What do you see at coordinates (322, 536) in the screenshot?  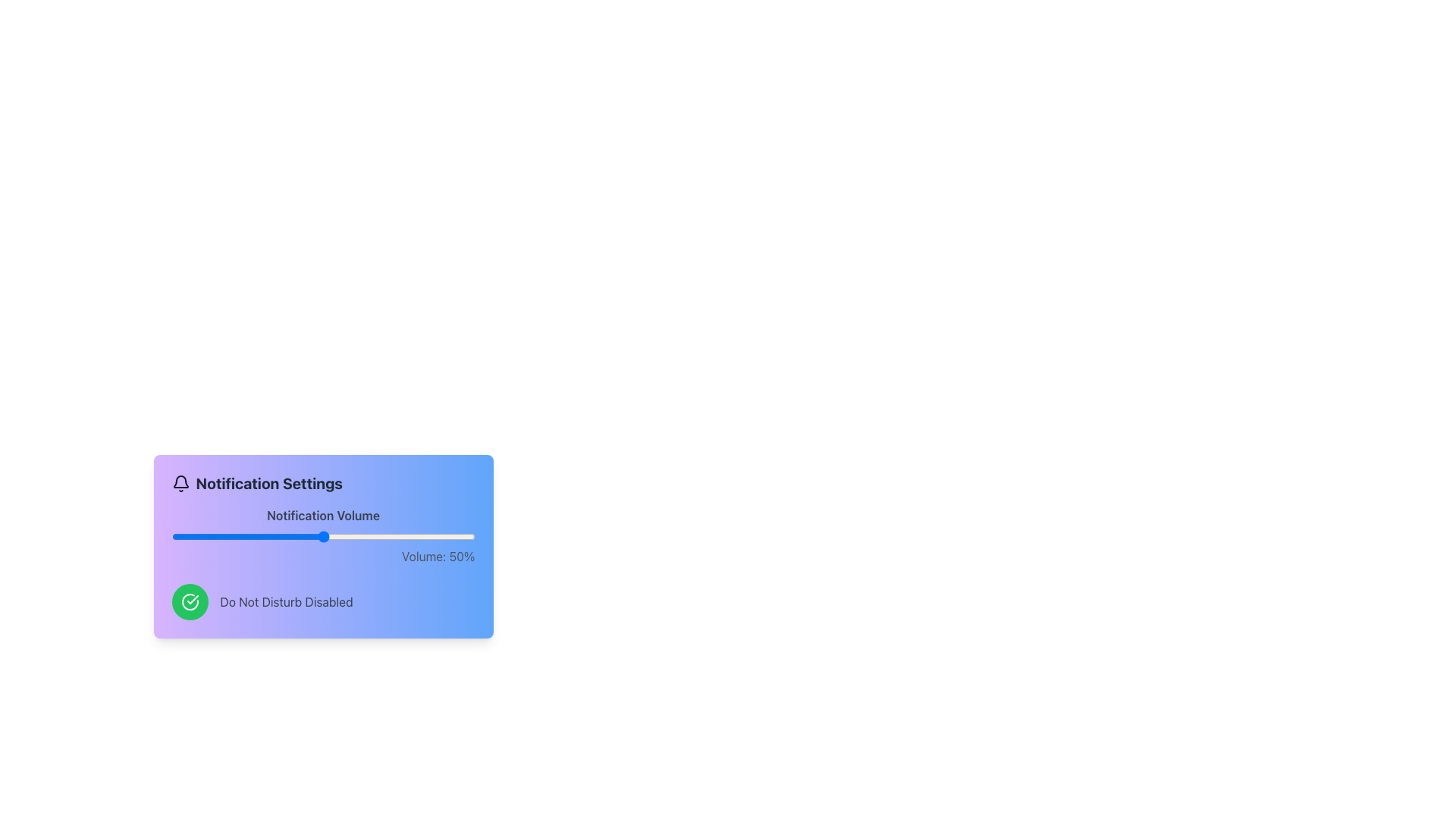 I see `the thumb of the horizontal slider control for additional interaction feedback, which is visually styled with a thin rectangular track and a distinct circular thumb indicating a value of 50%` at bounding box center [322, 536].